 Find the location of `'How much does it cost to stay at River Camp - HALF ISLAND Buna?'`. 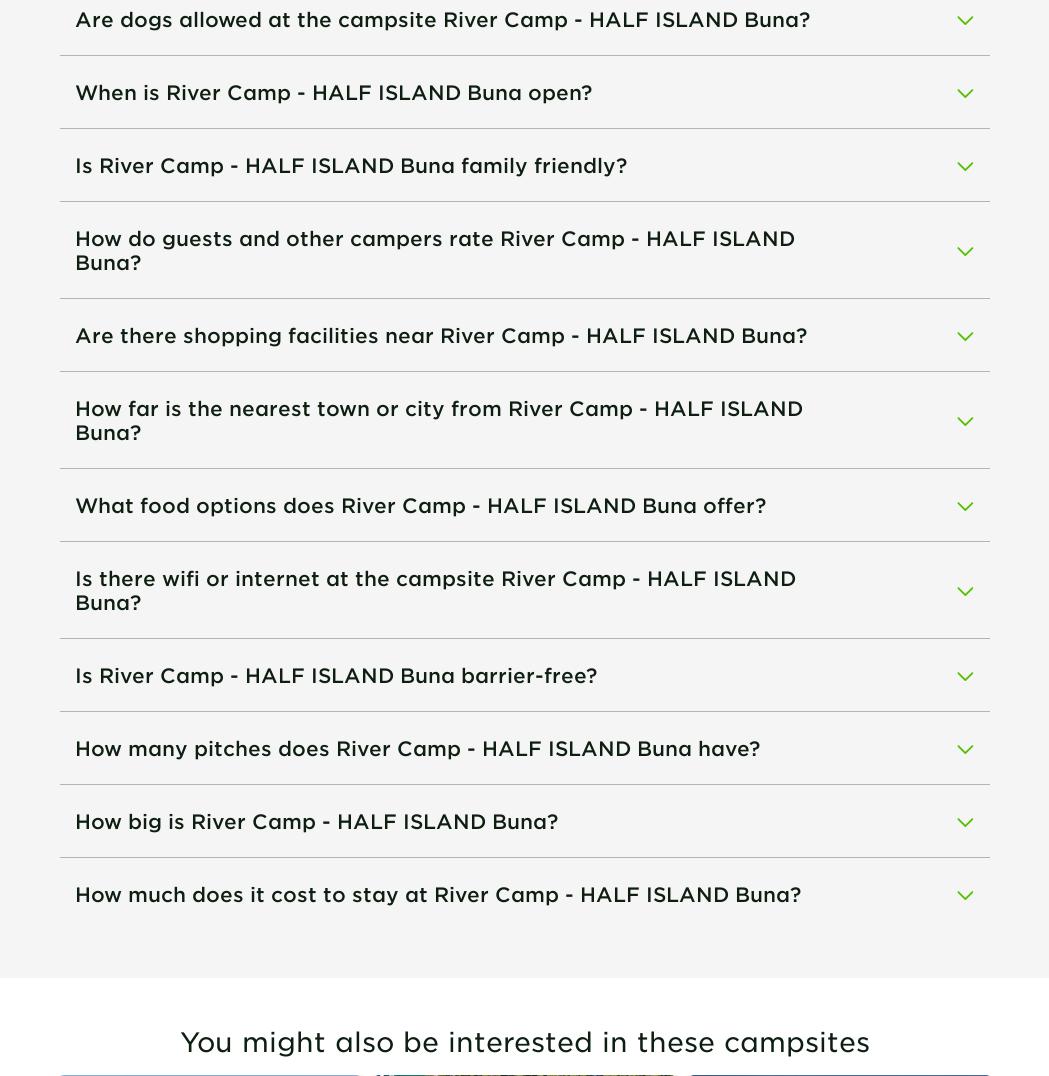

'How much does it cost to stay at River Camp - HALF ISLAND Buna?' is located at coordinates (436, 894).